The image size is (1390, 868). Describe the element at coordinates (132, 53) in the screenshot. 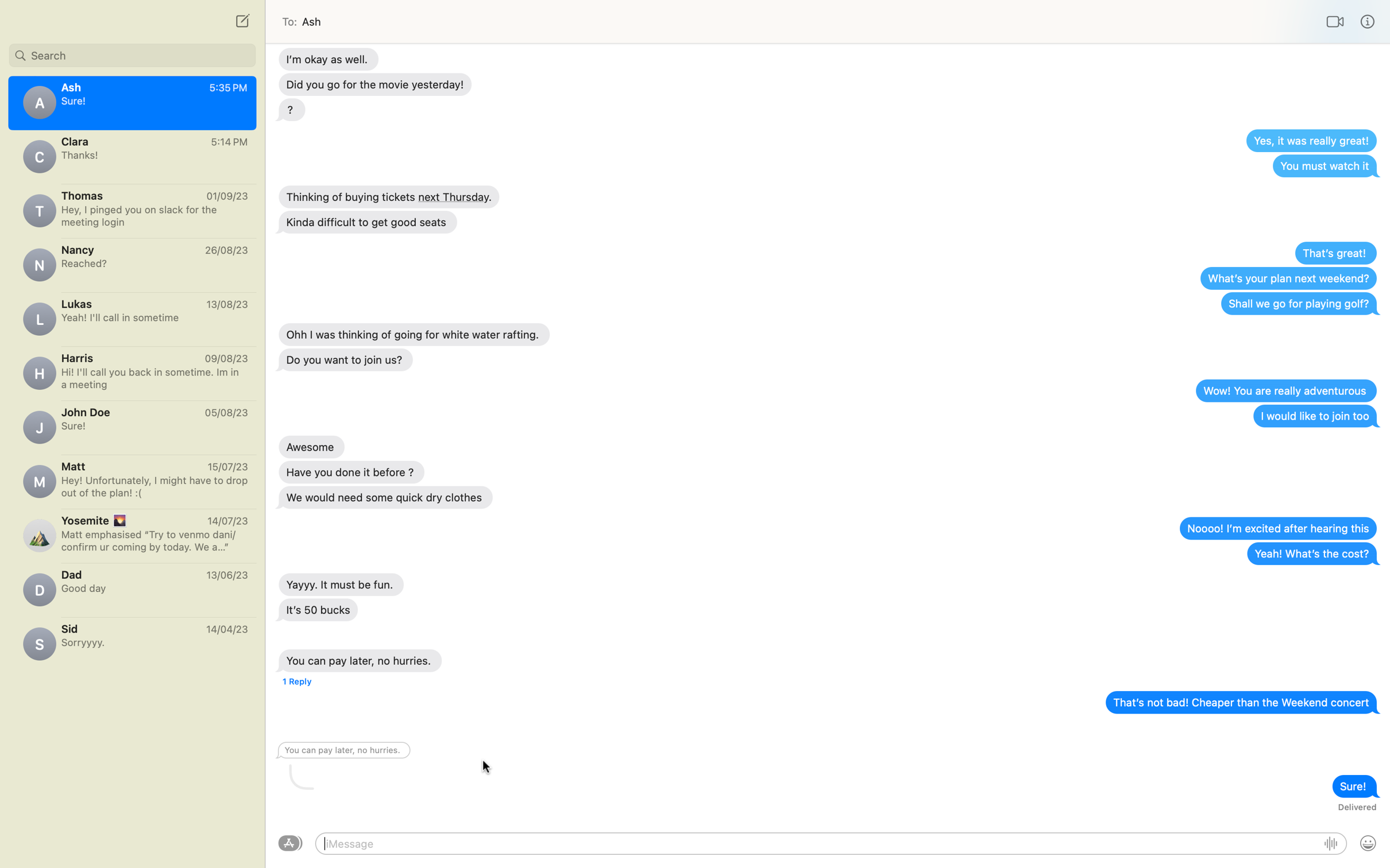

I see `Locate and select contact named John` at that location.